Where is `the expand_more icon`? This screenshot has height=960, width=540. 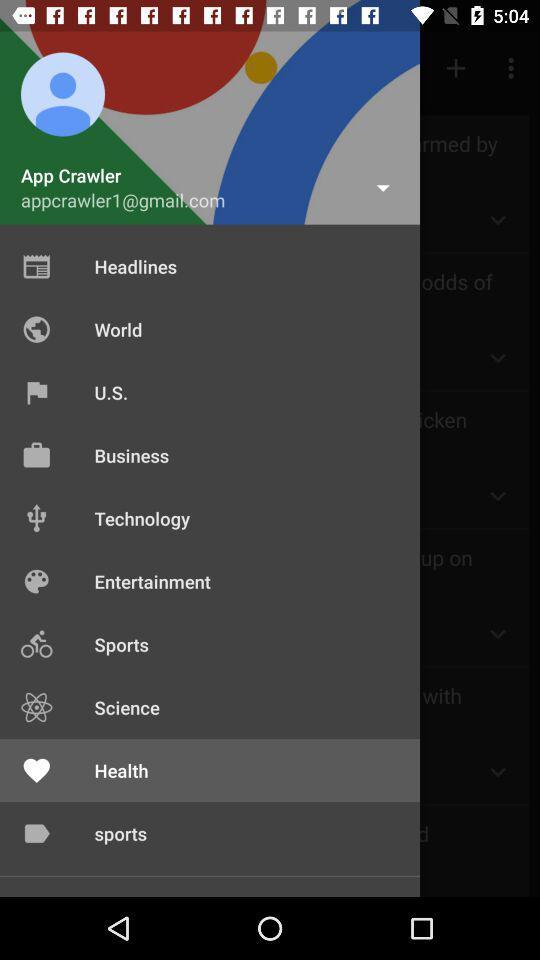 the expand_more icon is located at coordinates (496, 358).